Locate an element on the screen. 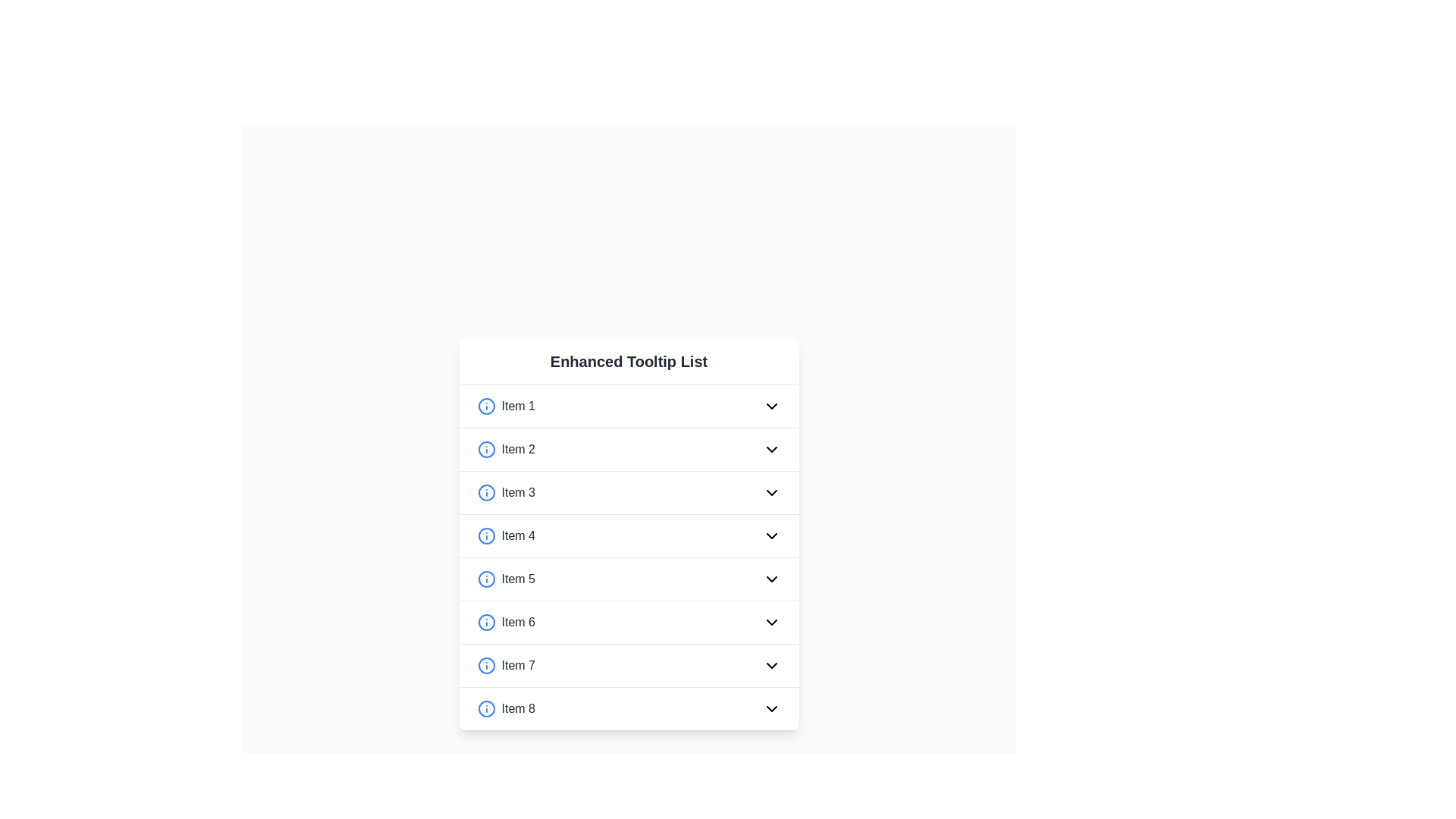 The image size is (1456, 819). the SVG circle located in the fourth row, to the left of the text label 'Item 4', which is part of an information icon is located at coordinates (486, 535).